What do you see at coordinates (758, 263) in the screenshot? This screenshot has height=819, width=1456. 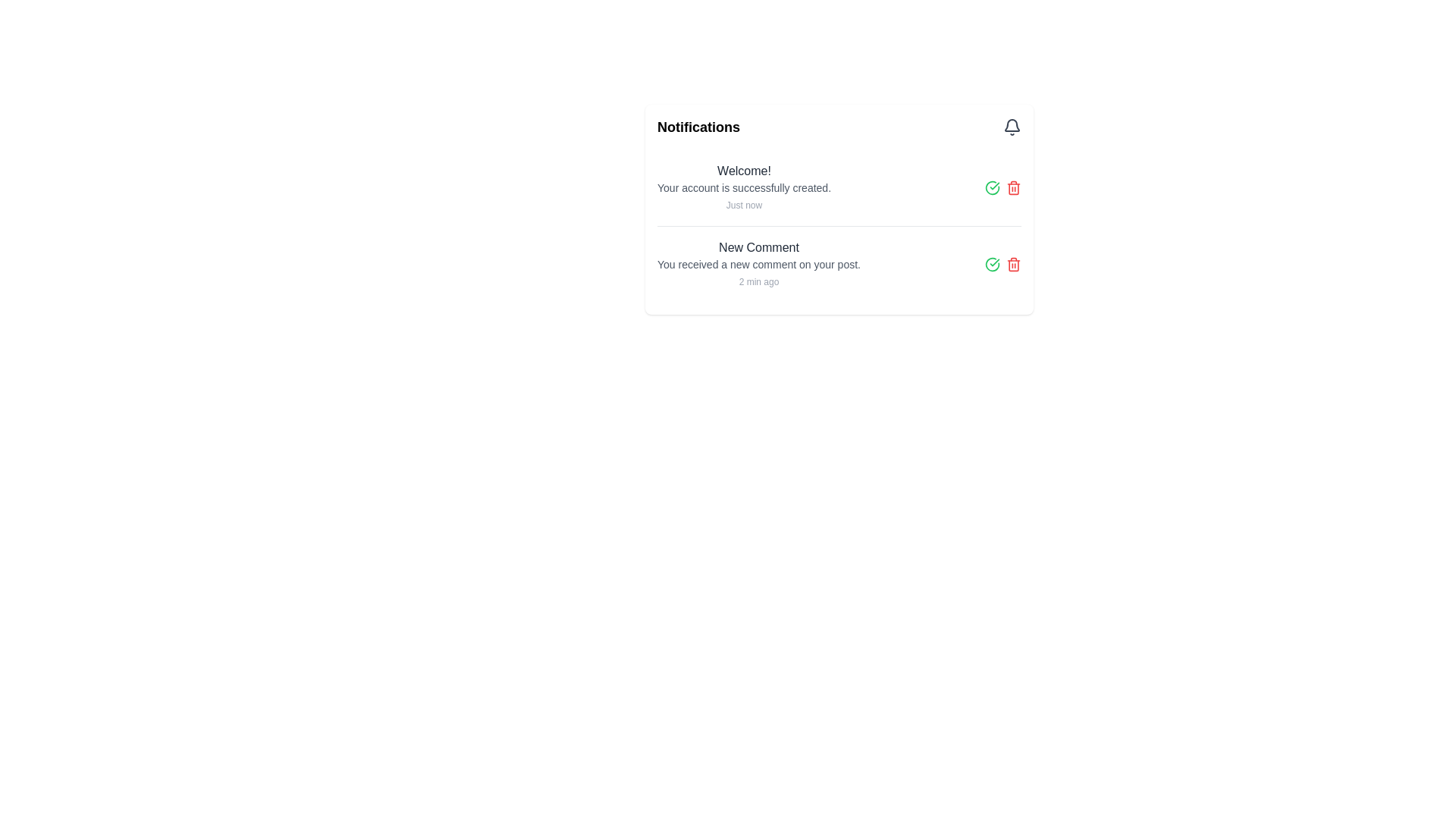 I see `the second notification item that displays a bold title 'New Comment', a description 'You received a new comment on your post.', and a timestamp '2 min ago'` at bounding box center [758, 263].